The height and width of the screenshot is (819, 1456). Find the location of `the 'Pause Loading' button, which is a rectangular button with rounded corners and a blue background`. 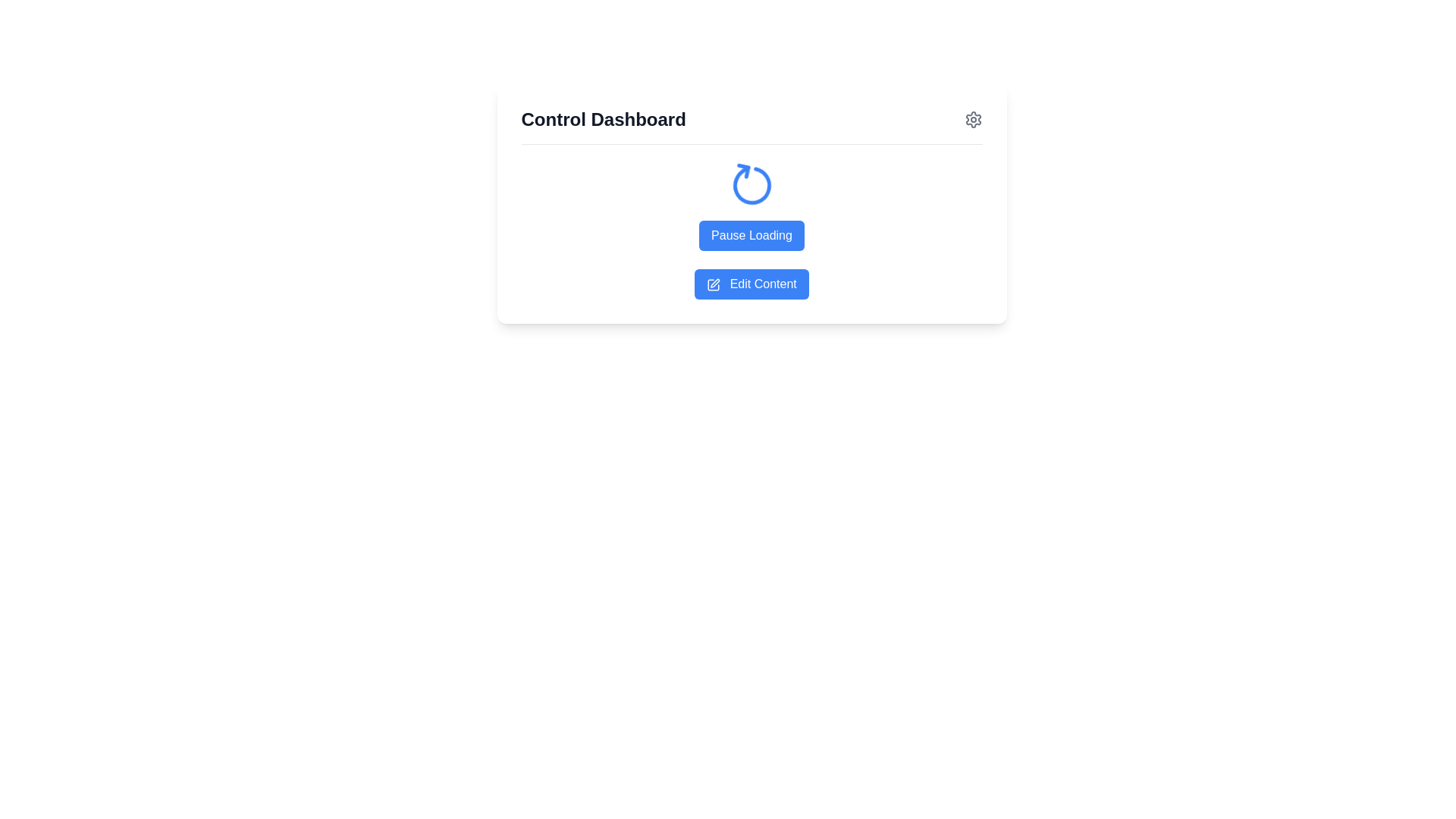

the 'Pause Loading' button, which is a rectangular button with rounded corners and a blue background is located at coordinates (752, 236).